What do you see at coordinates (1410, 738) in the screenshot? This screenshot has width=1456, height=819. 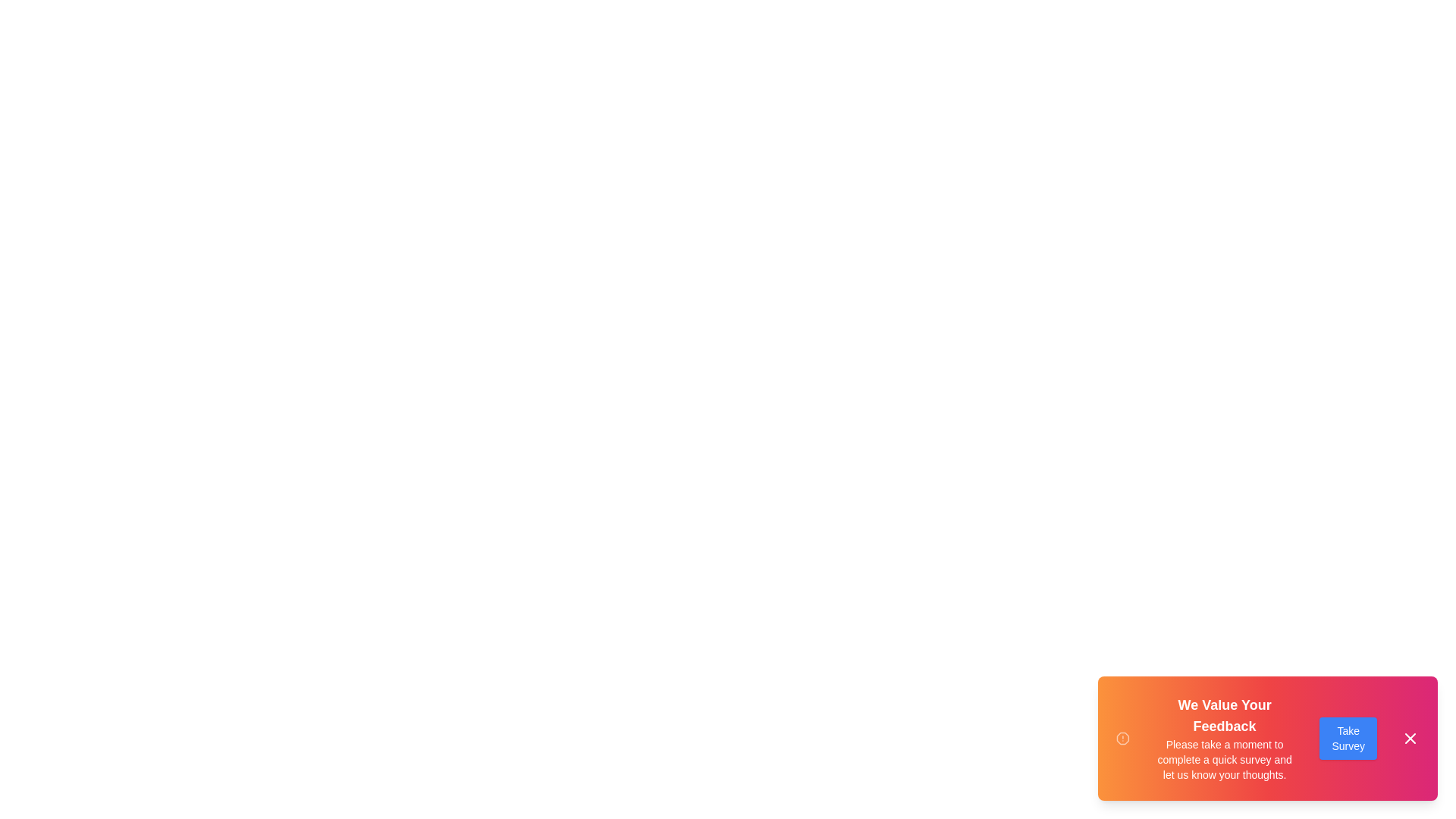 I see `close button (X) to dismiss the snackbar` at bounding box center [1410, 738].